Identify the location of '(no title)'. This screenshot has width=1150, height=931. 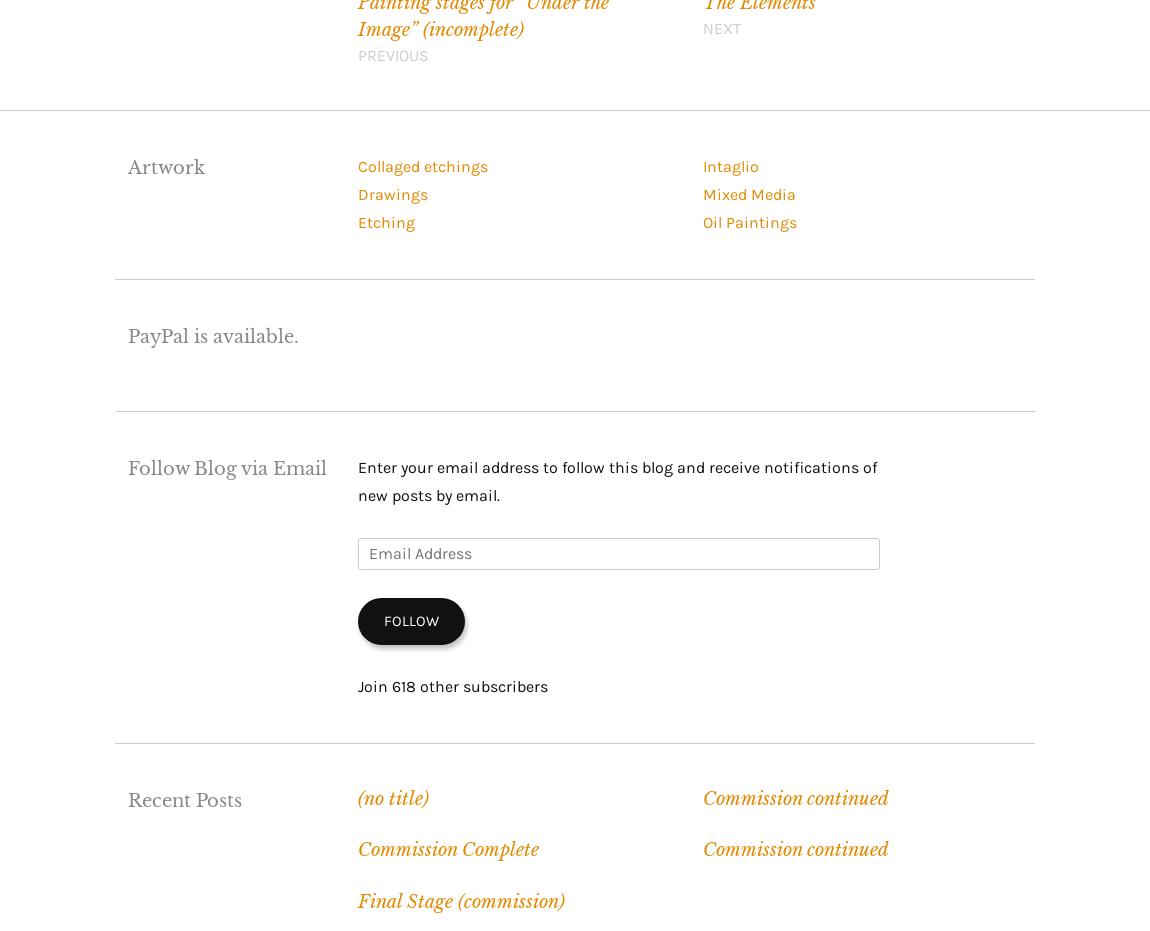
(392, 797).